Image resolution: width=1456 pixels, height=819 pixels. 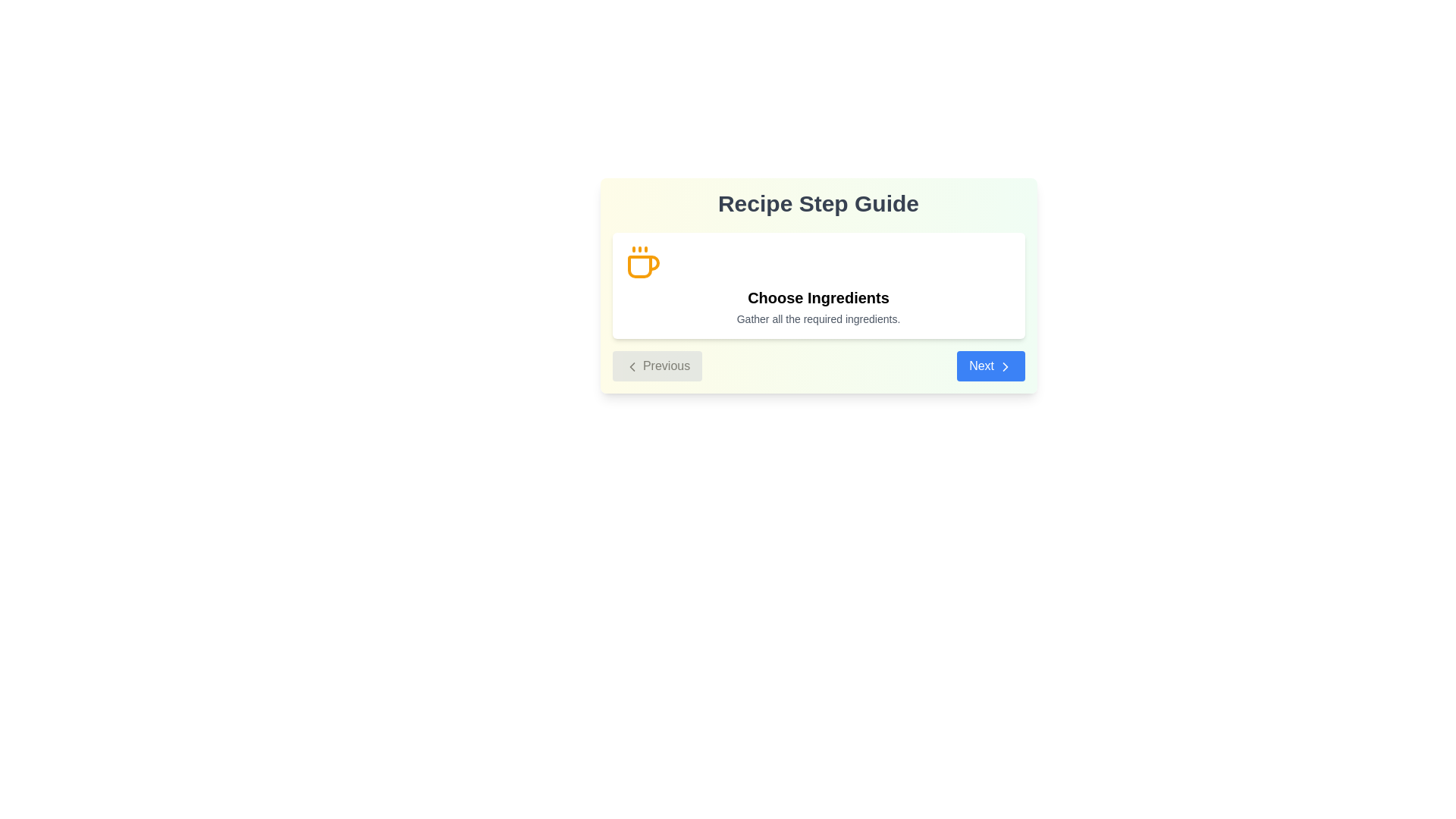 What do you see at coordinates (817, 286) in the screenshot?
I see `the Informational Card that indicates the current action to gather necessary ingredients in the Recipe Step Guide` at bounding box center [817, 286].